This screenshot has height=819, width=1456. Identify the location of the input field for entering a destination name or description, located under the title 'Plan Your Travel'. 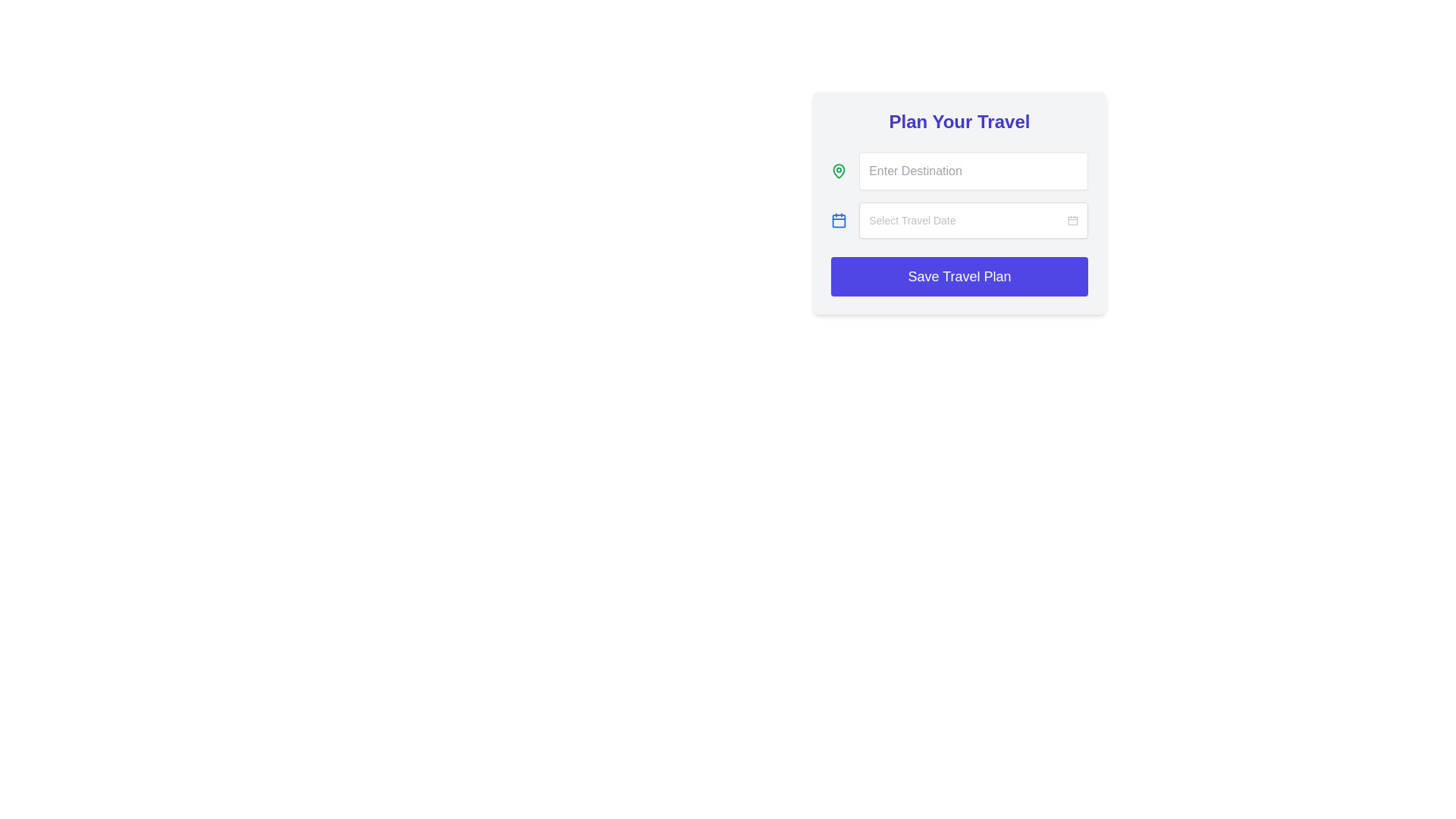
(959, 171).